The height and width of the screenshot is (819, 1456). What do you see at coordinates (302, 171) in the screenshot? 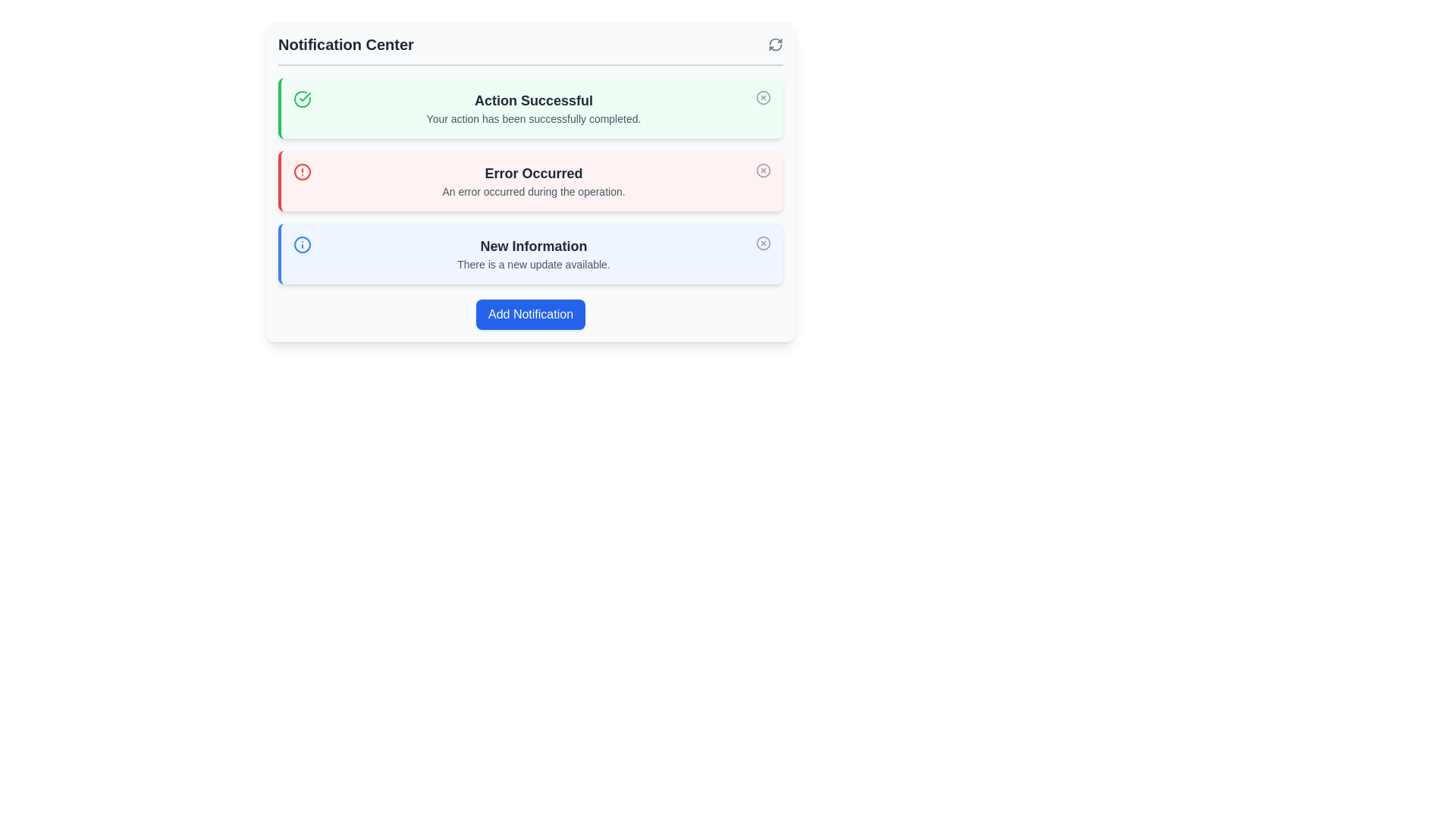
I see `the circular icon with a red border and alert symbol located to the left of the 'Error Occurred' notification bar` at bounding box center [302, 171].